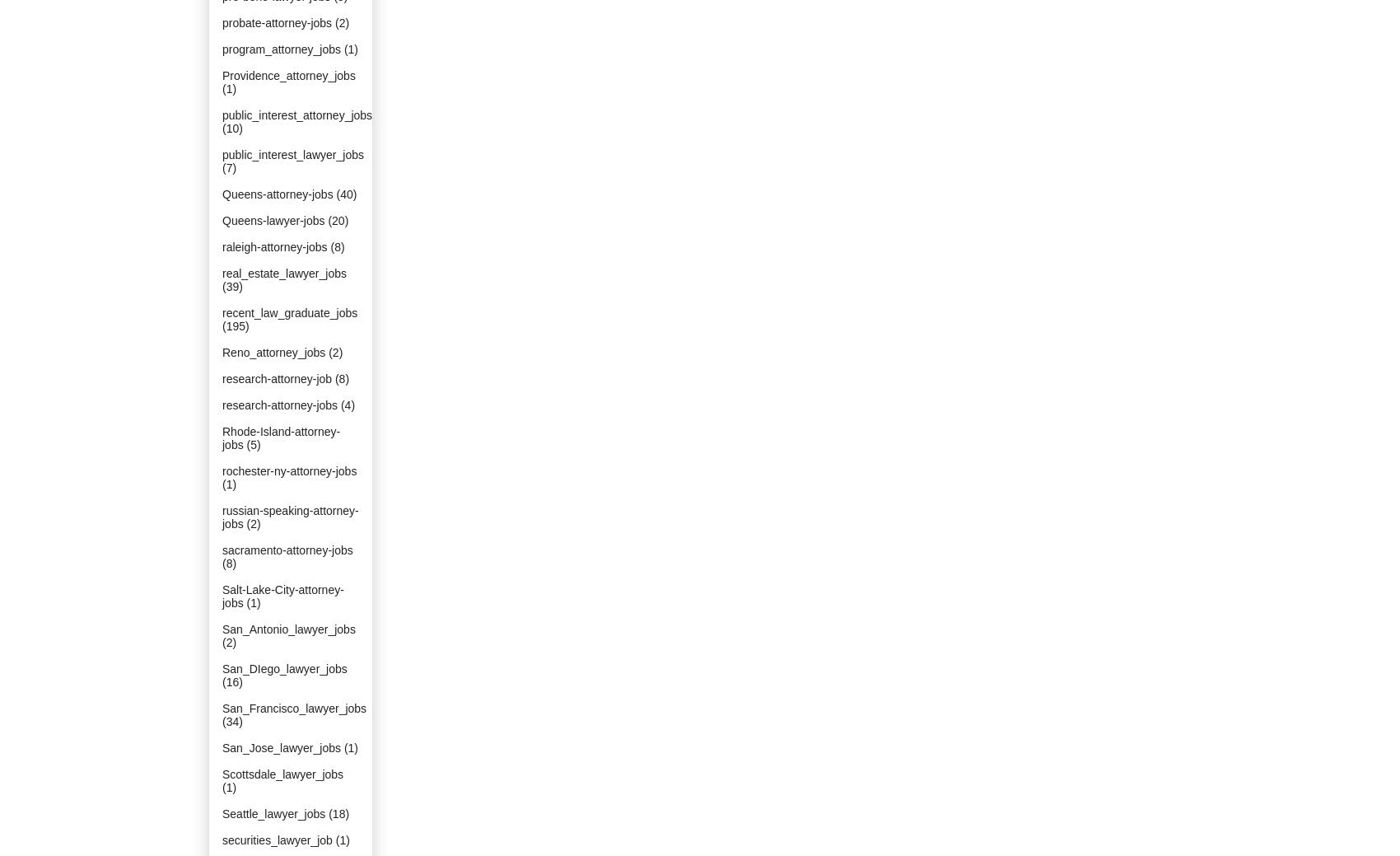  I want to click on 'Rhode-Island-attorney-jobs', so click(280, 437).